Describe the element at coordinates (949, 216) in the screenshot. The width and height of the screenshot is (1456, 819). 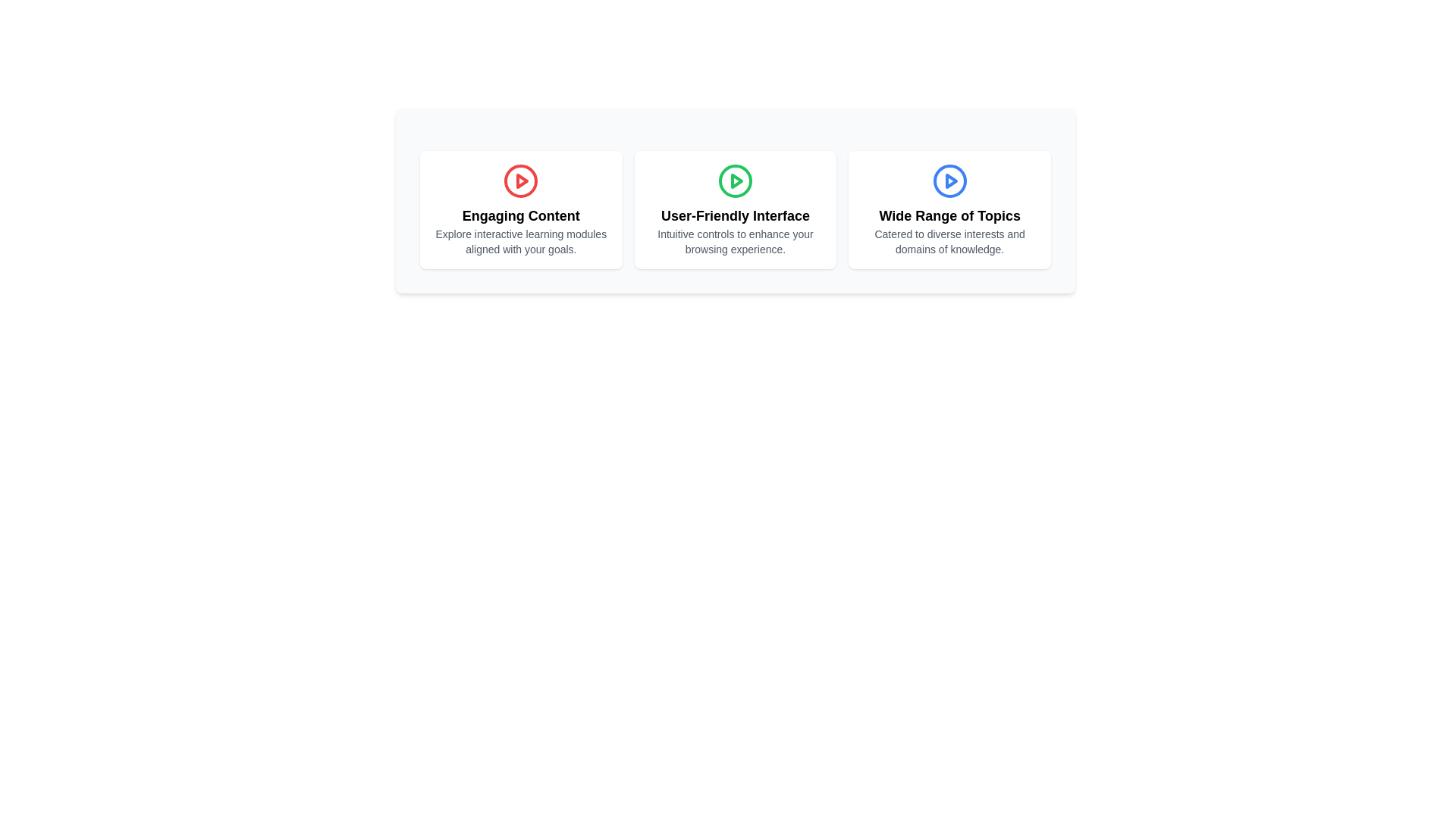
I see `the text label displaying 'Wide Range of Topics', which is styled with a bold font and positioned in the lower middle section of the rightmost card, below the circular play icon` at that location.